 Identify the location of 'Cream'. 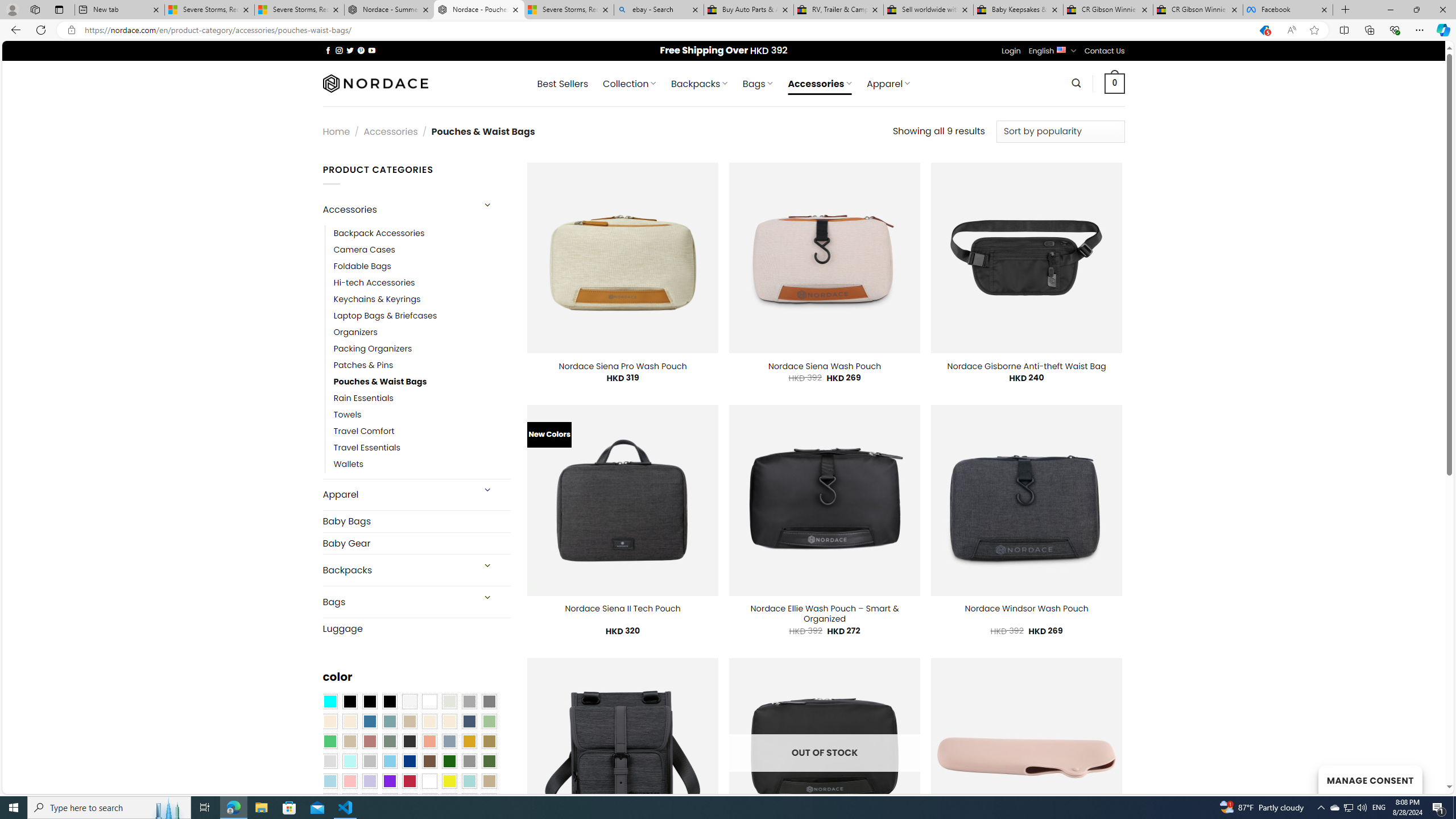
(449, 721).